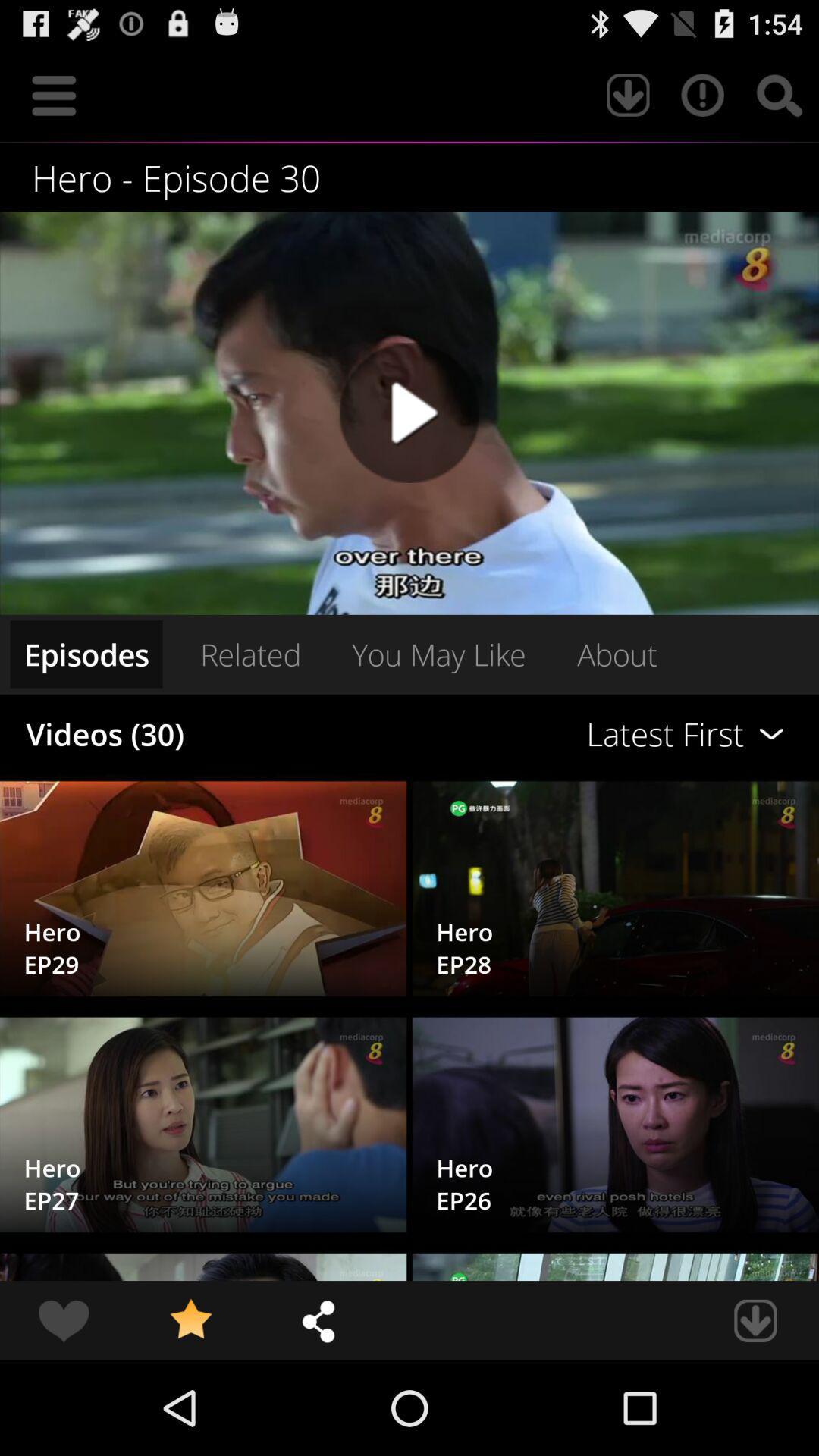 This screenshot has height=1456, width=819. Describe the element at coordinates (438, 654) in the screenshot. I see `the you may like` at that location.